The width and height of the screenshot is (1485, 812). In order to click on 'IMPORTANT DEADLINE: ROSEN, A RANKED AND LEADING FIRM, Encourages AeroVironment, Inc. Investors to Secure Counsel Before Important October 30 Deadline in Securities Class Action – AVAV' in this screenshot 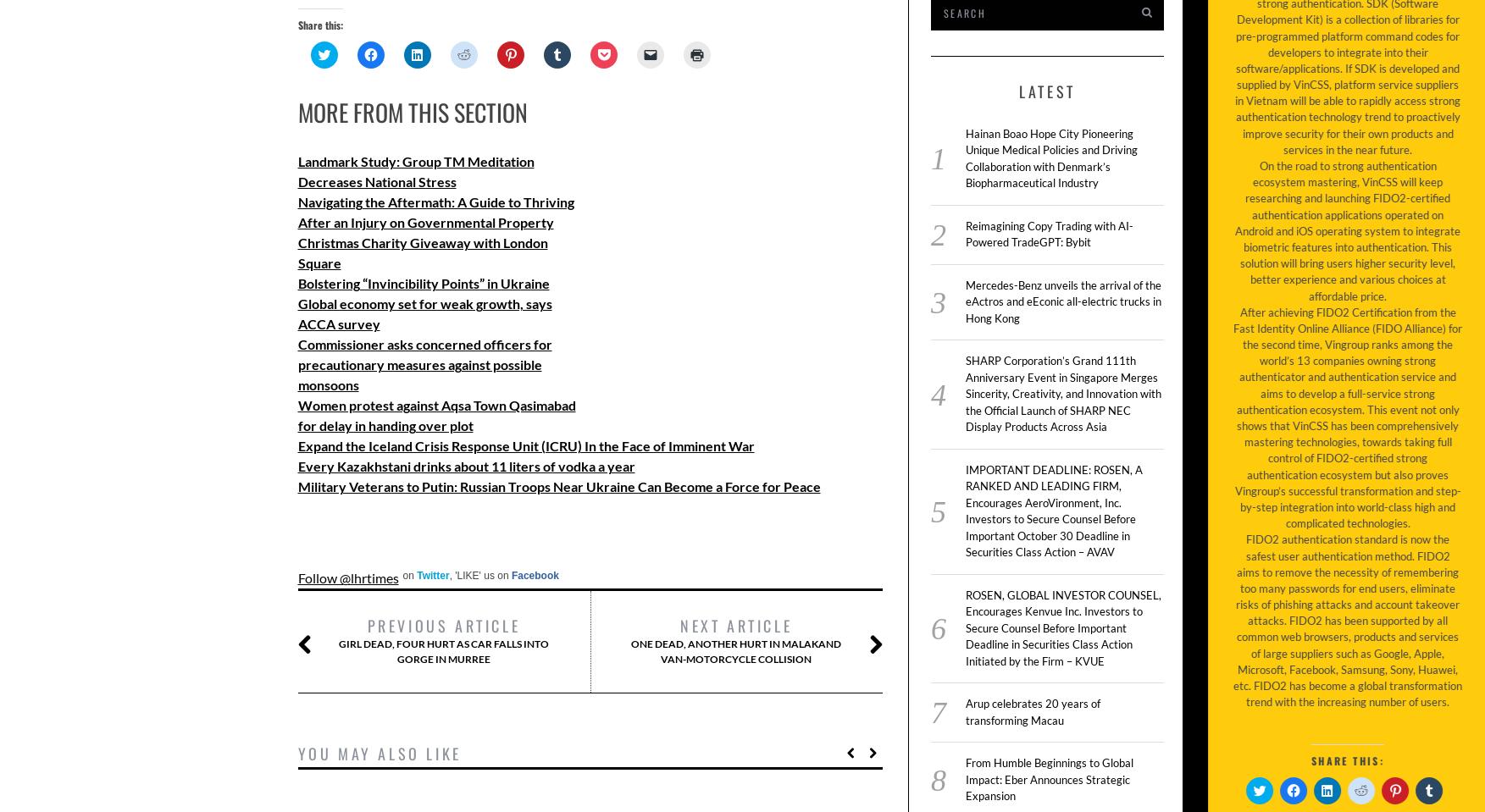, I will do `click(965, 510)`.